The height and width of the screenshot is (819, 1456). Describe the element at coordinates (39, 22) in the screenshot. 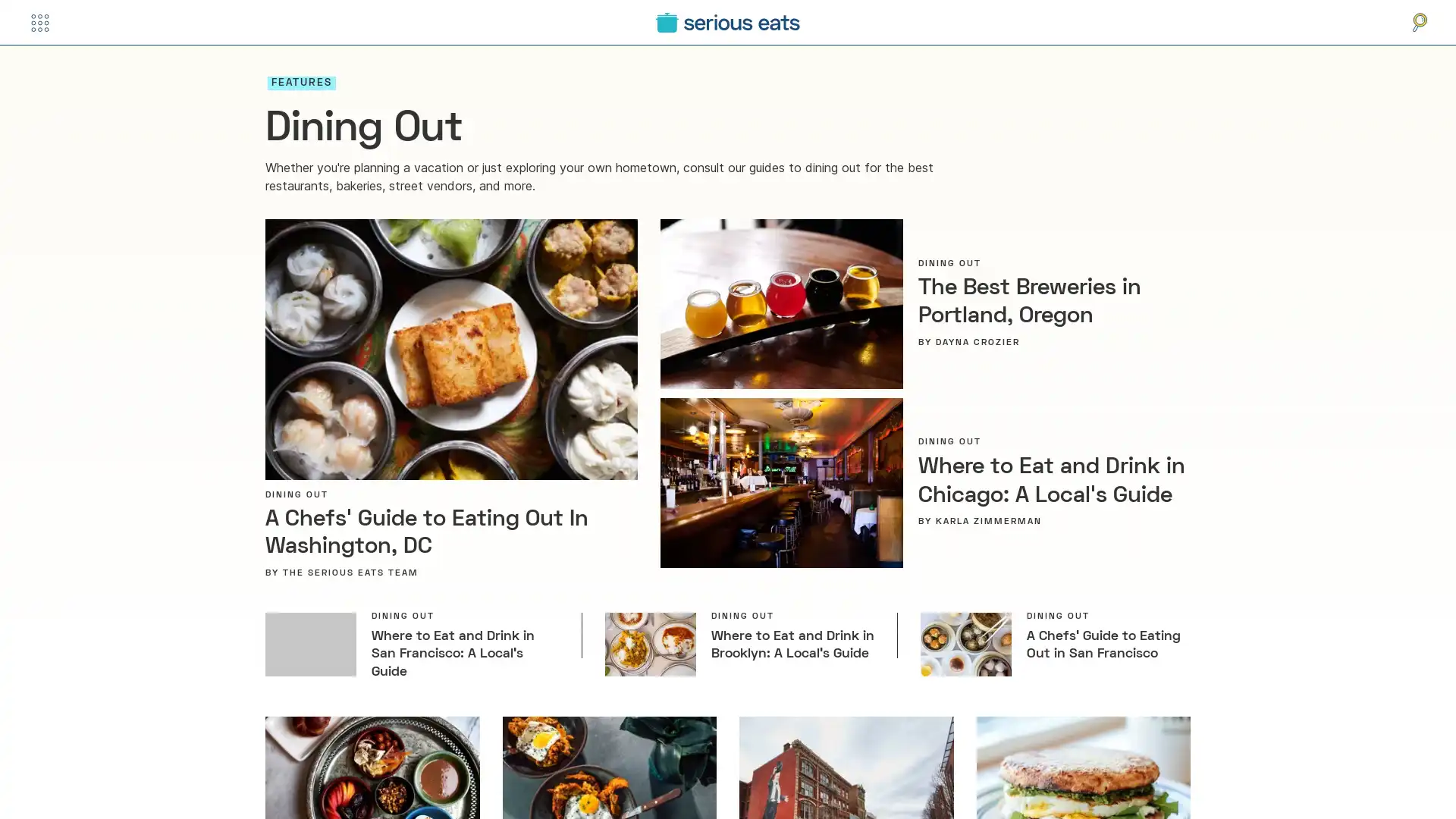

I see `BUTTON` at that location.